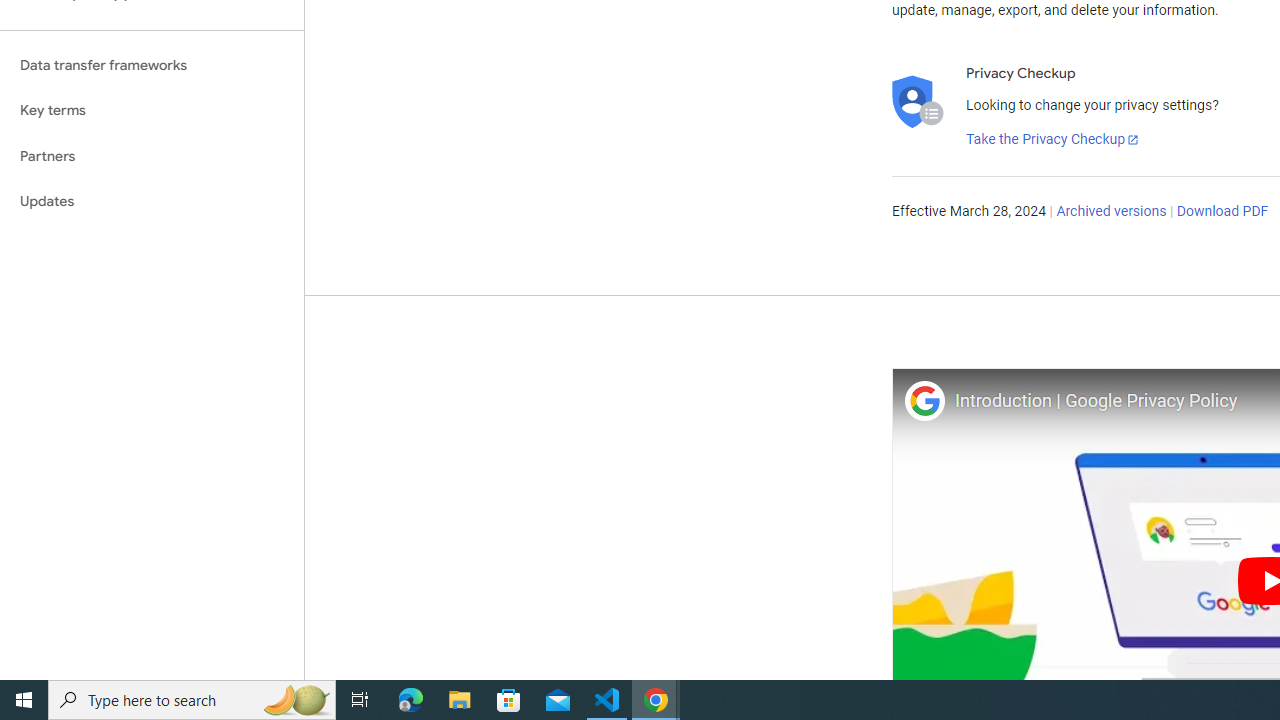 The width and height of the screenshot is (1280, 720). What do you see at coordinates (1052, 139) in the screenshot?
I see `'Take the Privacy Checkup'` at bounding box center [1052, 139].